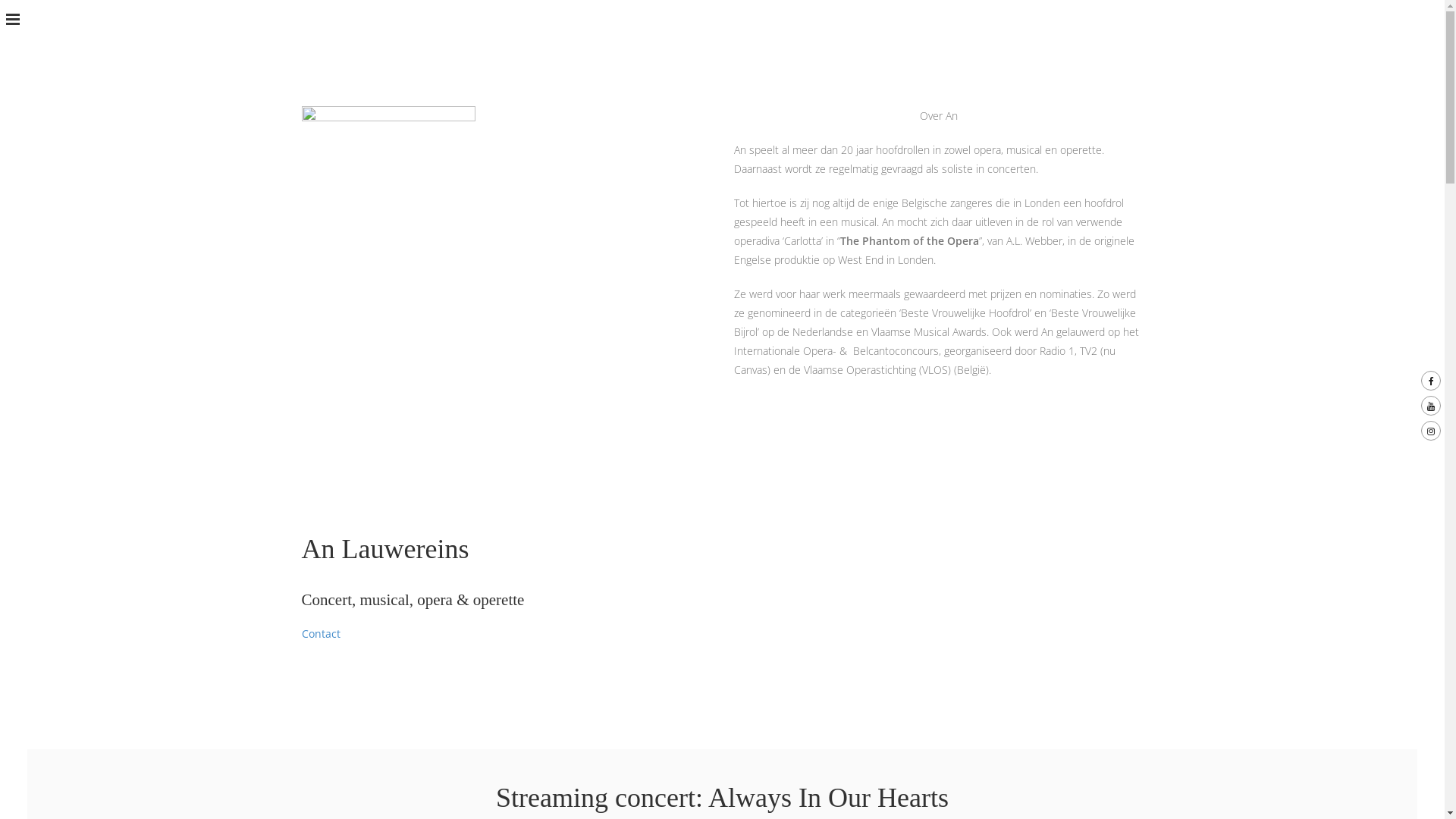 Image resolution: width=1456 pixels, height=819 pixels. What do you see at coordinates (320, 633) in the screenshot?
I see `'Contact'` at bounding box center [320, 633].